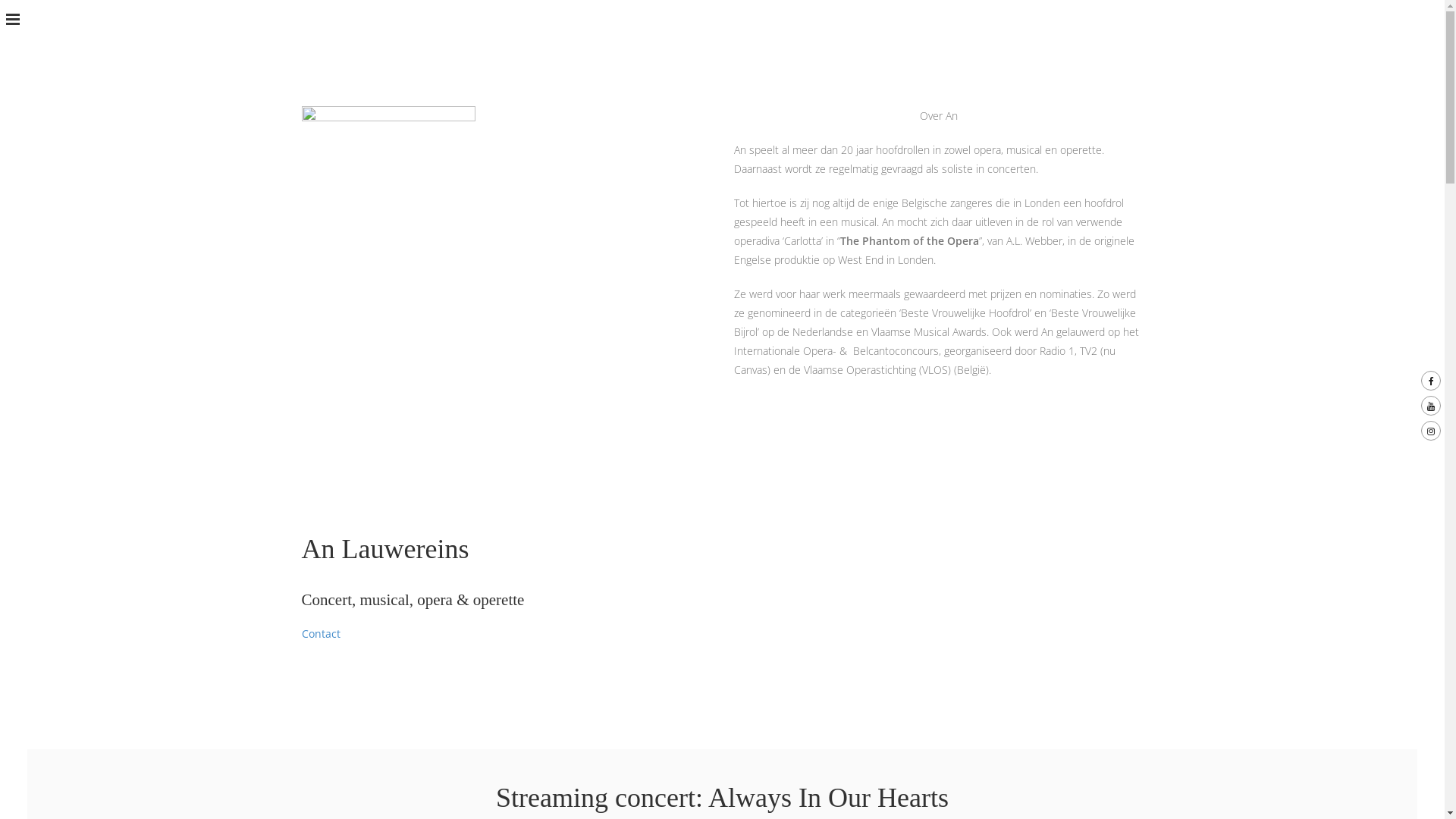 Image resolution: width=1456 pixels, height=819 pixels. What do you see at coordinates (320, 633) in the screenshot?
I see `'Contact'` at bounding box center [320, 633].